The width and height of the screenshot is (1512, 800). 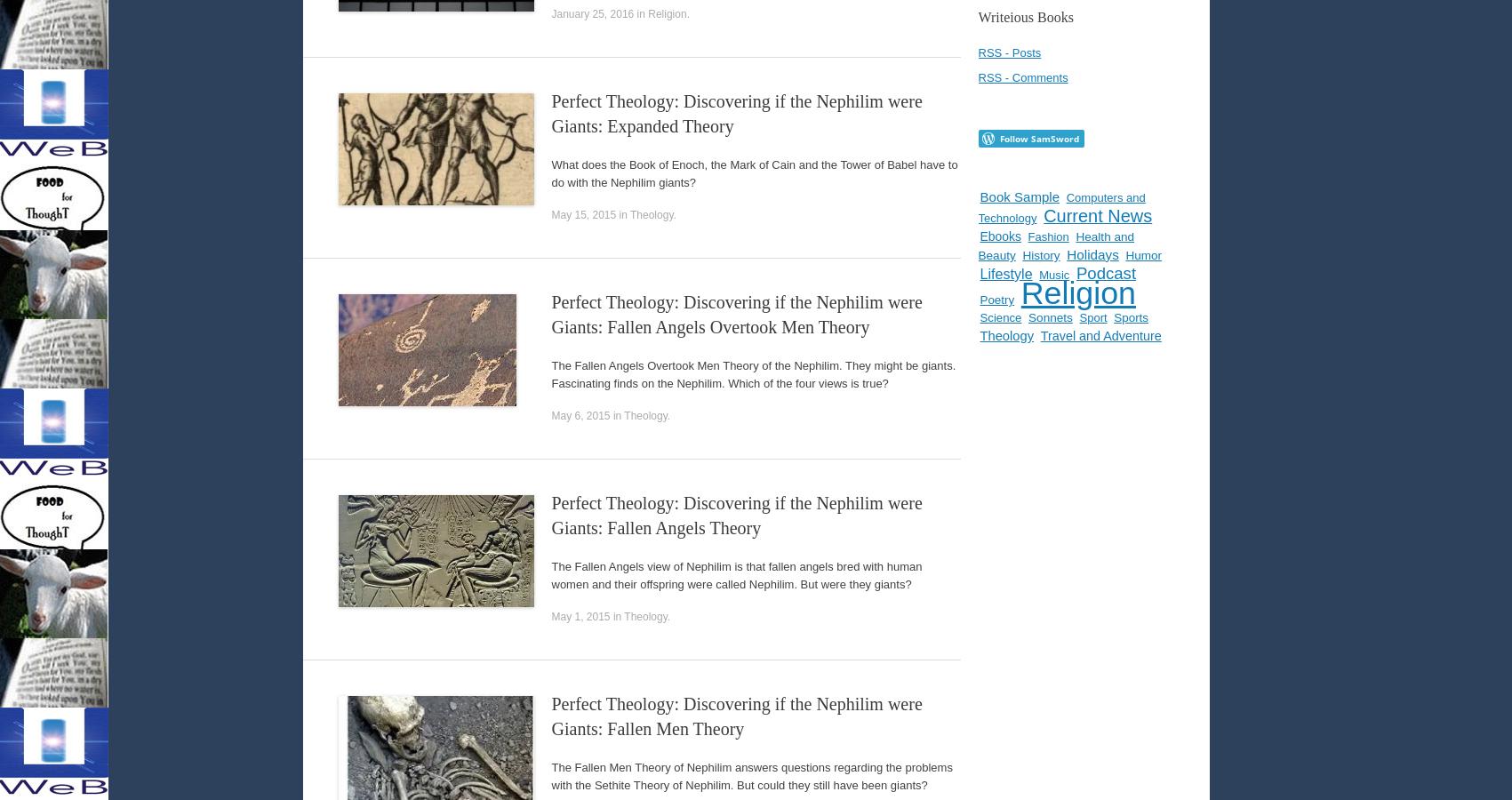 I want to click on 'Podcast', so click(x=1105, y=272).